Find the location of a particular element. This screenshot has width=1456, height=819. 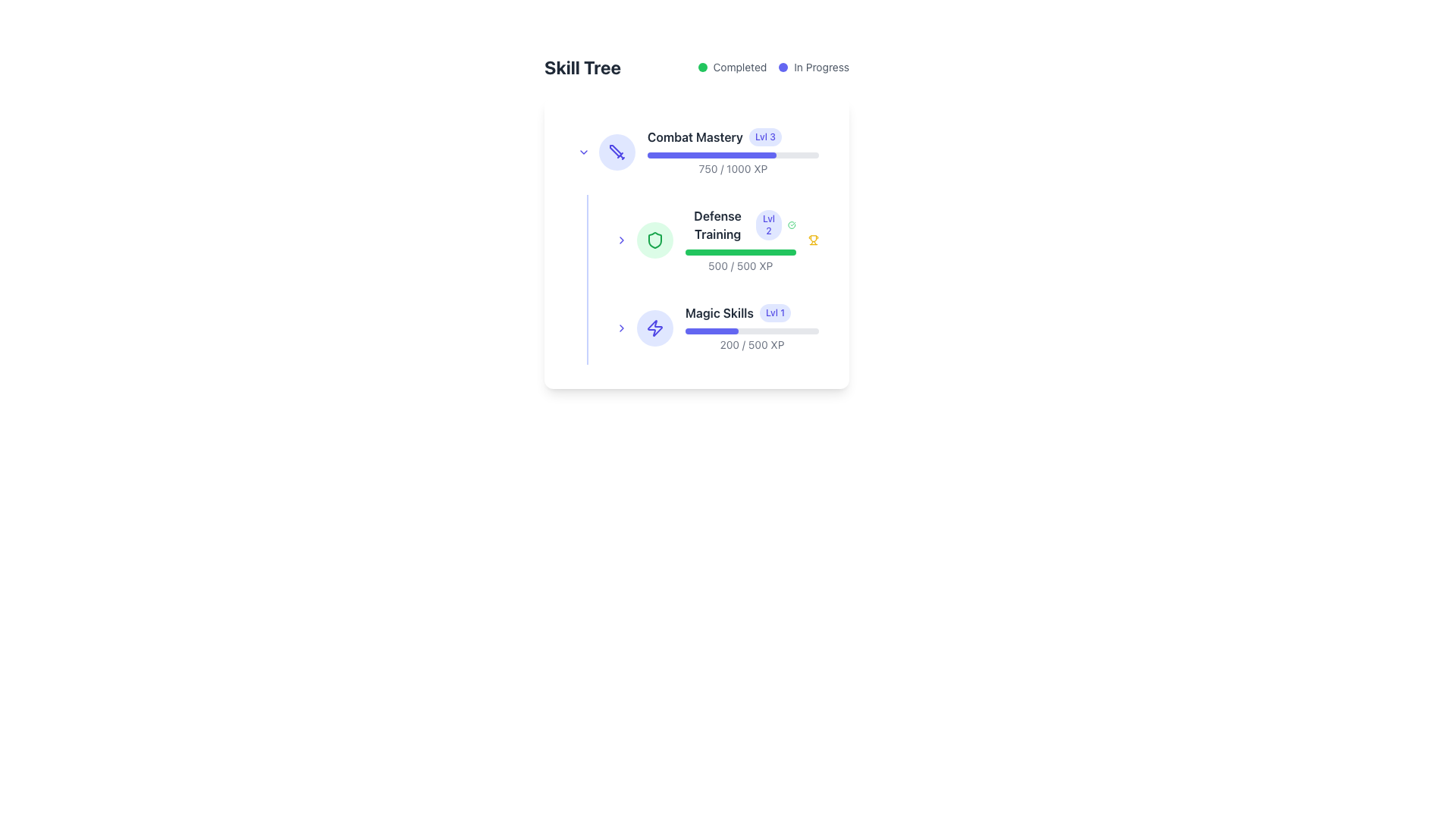

text associated with the Badge indicating the level of 'Combat Mastery', located to the immediate right of the 'Combat Mastery' text is located at coordinates (765, 137).